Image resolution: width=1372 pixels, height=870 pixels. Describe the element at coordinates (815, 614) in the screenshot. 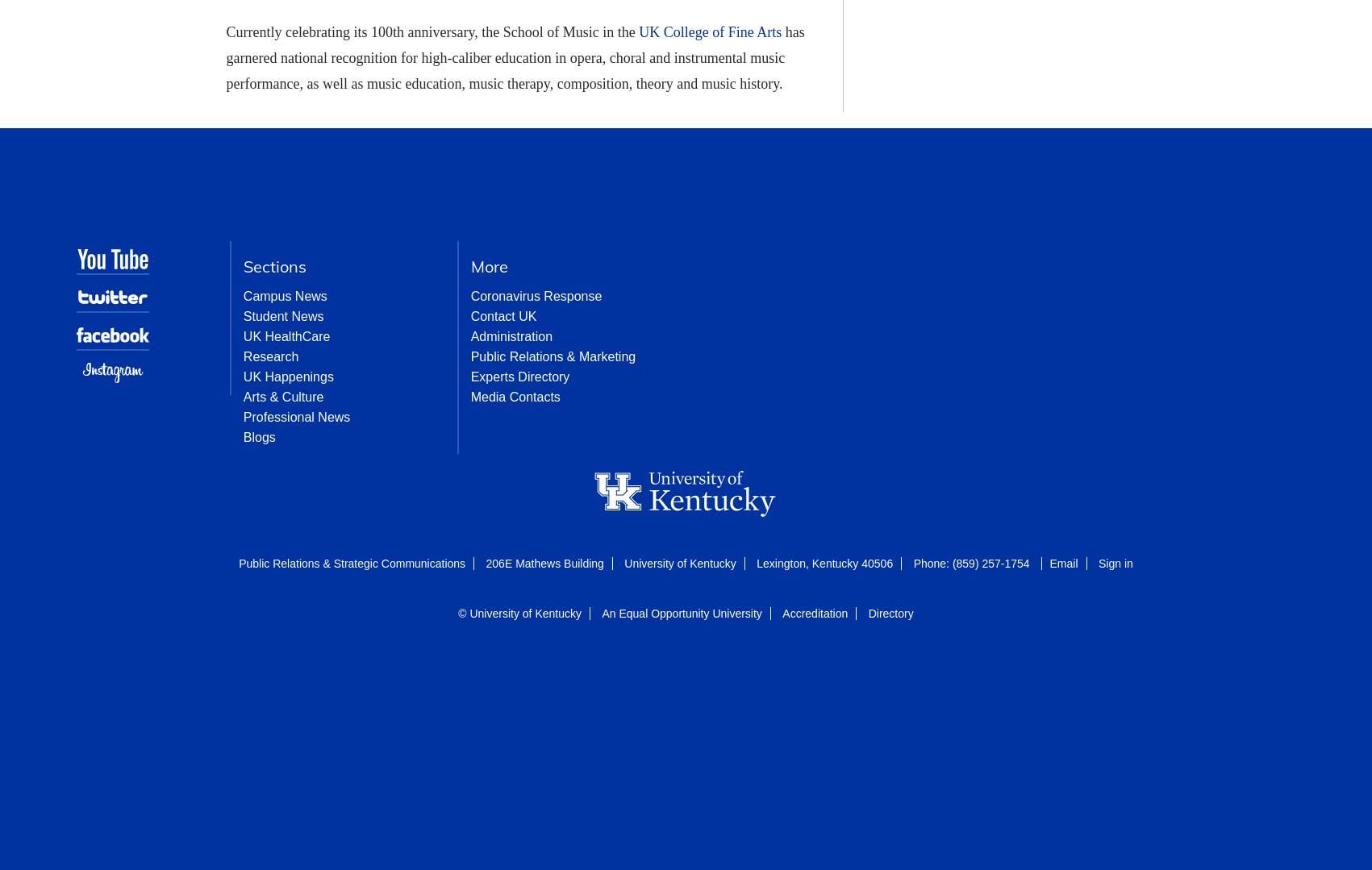

I see `'Accreditation'` at that location.